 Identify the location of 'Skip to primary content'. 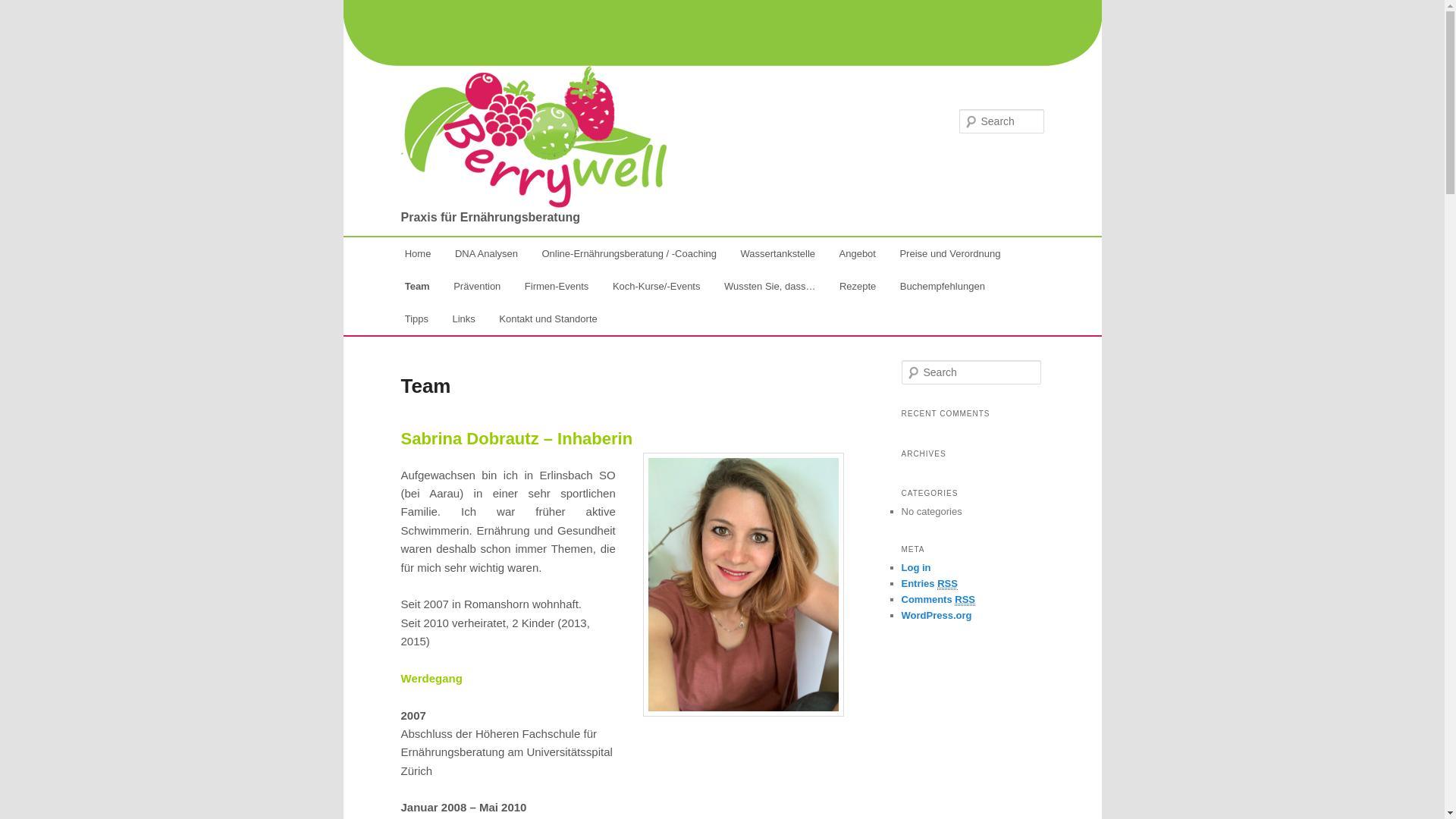
(400, 254).